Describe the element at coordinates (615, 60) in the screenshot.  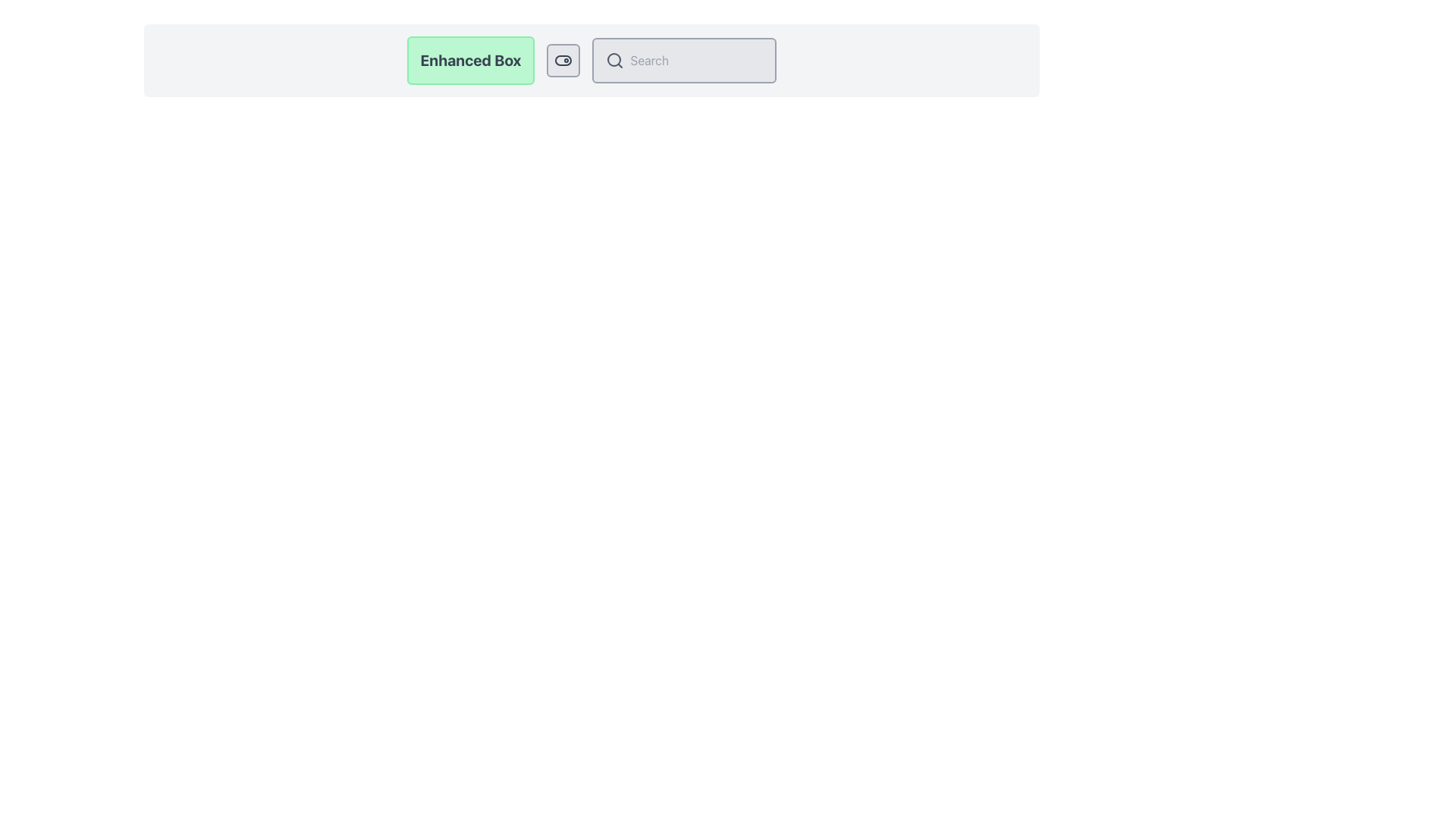
I see `the search icon located to the left of the 'Search' text input field` at that location.